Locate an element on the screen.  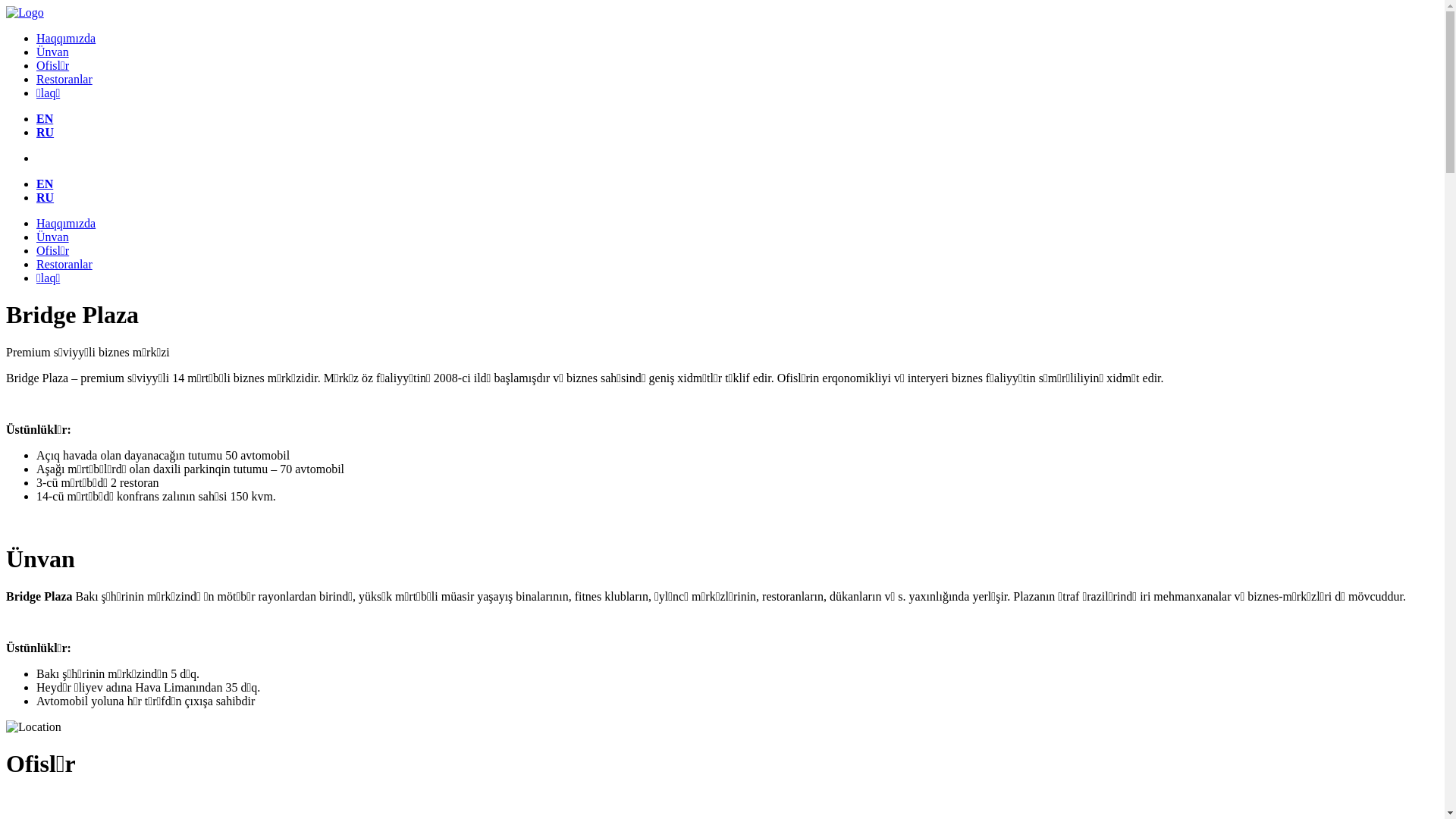
'Restoranlar' is located at coordinates (64, 79).